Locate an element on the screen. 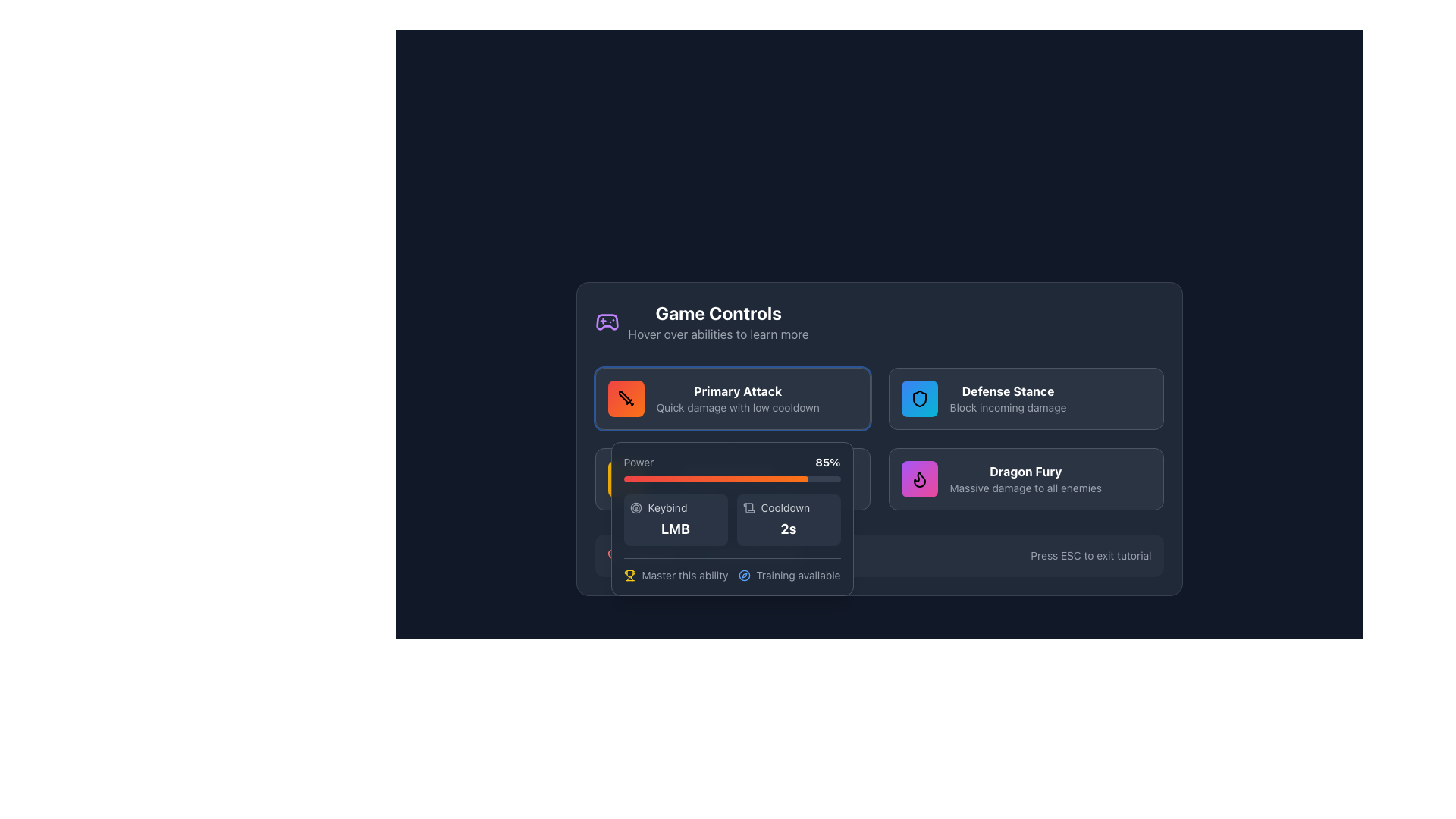 The height and width of the screenshot is (819, 1456). the thin horizontal progress bar styled with a gradient fill transitioning from red to orange, located below the 'Power' and '85%' labels is located at coordinates (732, 479).